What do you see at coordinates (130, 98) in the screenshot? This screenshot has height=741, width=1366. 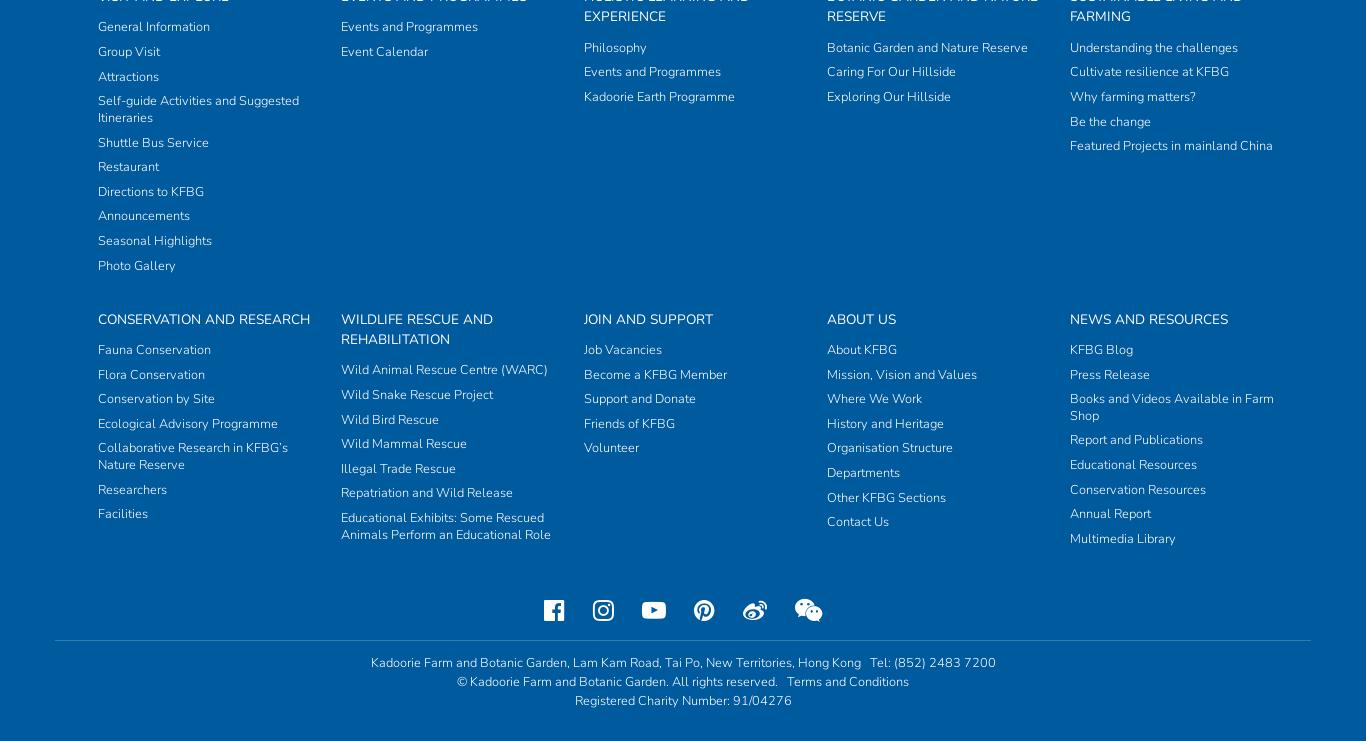 I see `'Researchers'` at bounding box center [130, 98].